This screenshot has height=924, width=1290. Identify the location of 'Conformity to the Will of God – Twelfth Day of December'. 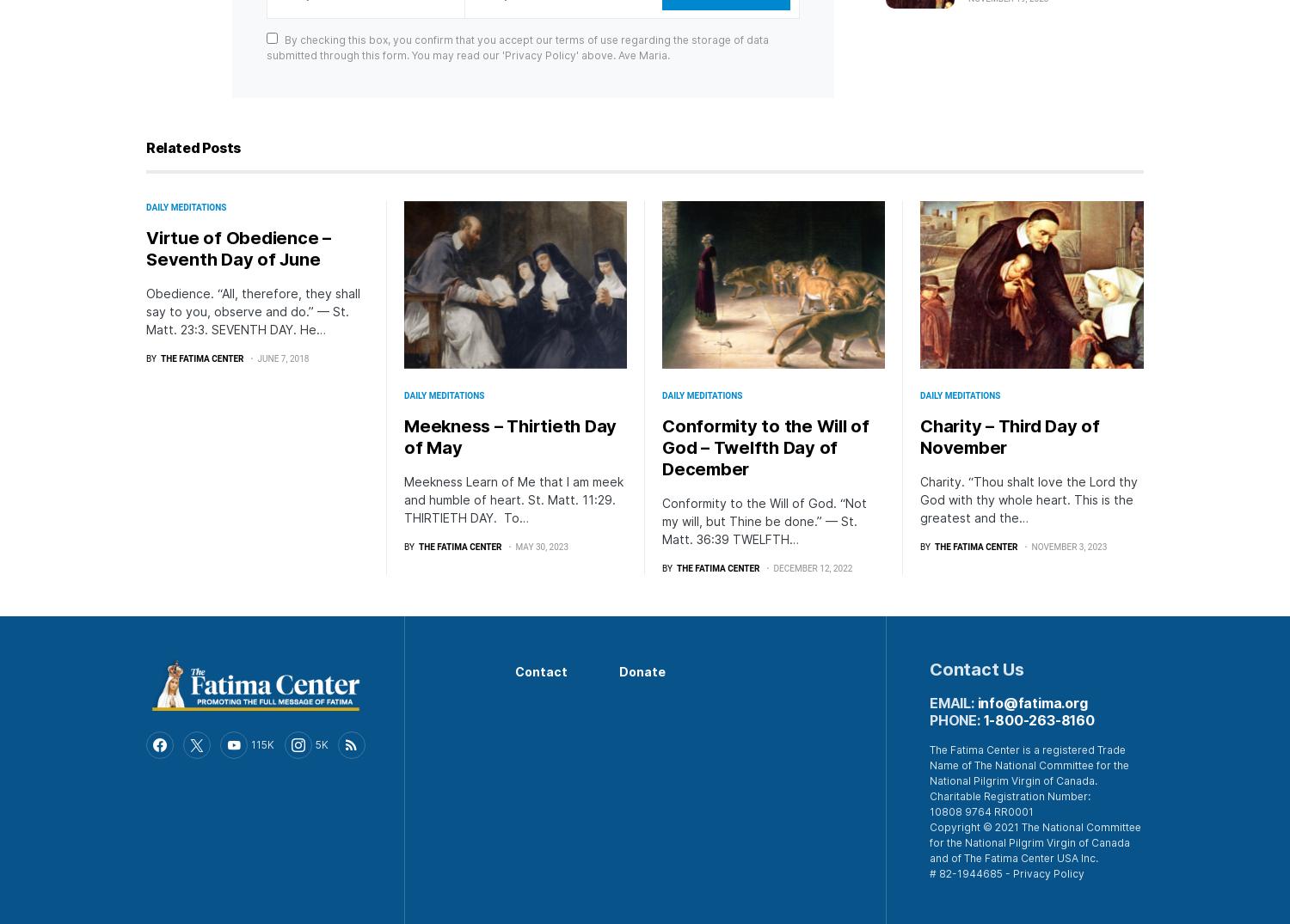
(765, 445).